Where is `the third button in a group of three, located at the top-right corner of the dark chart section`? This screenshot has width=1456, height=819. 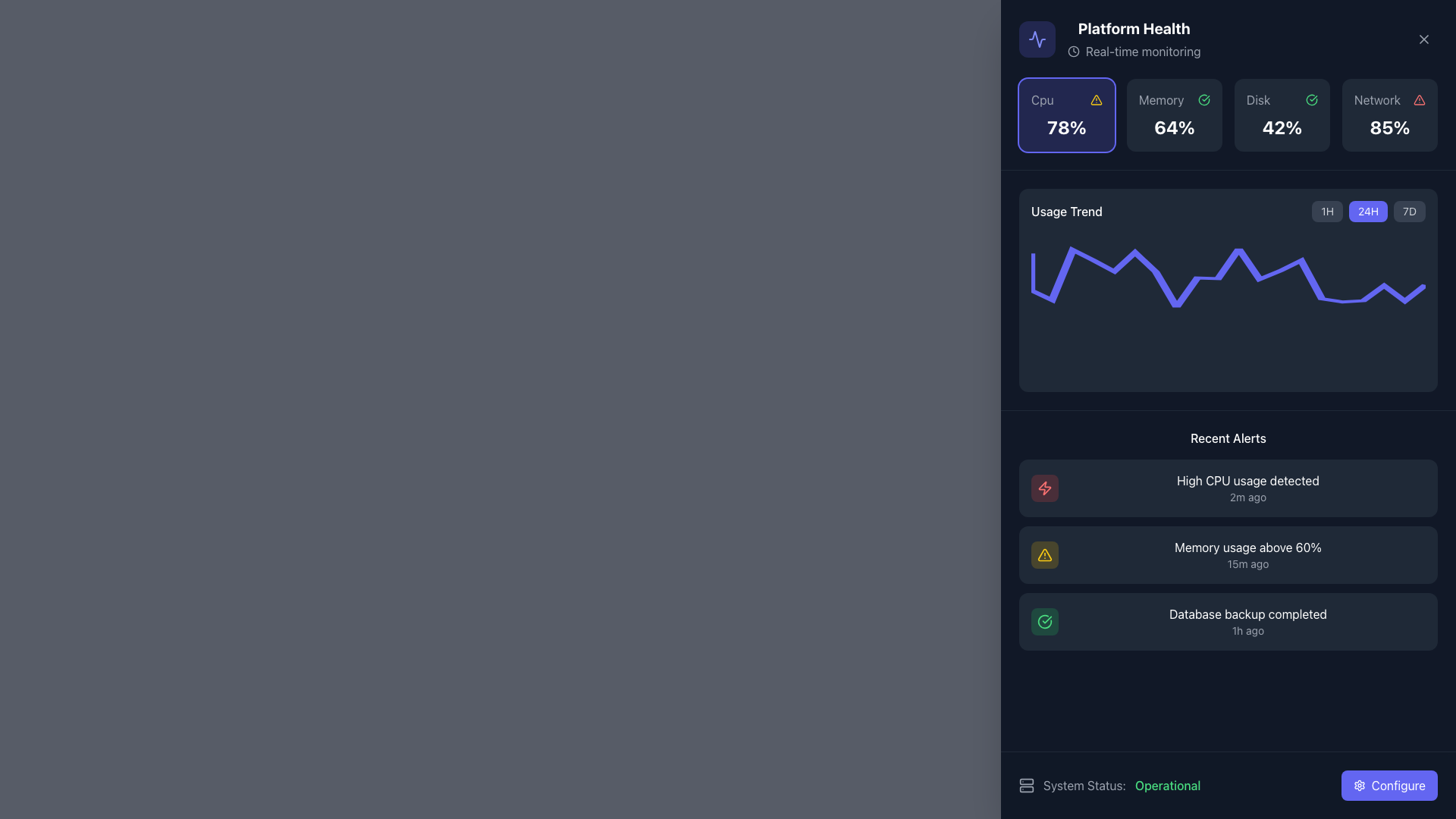 the third button in a group of three, located at the top-right corner of the dark chart section is located at coordinates (1409, 211).